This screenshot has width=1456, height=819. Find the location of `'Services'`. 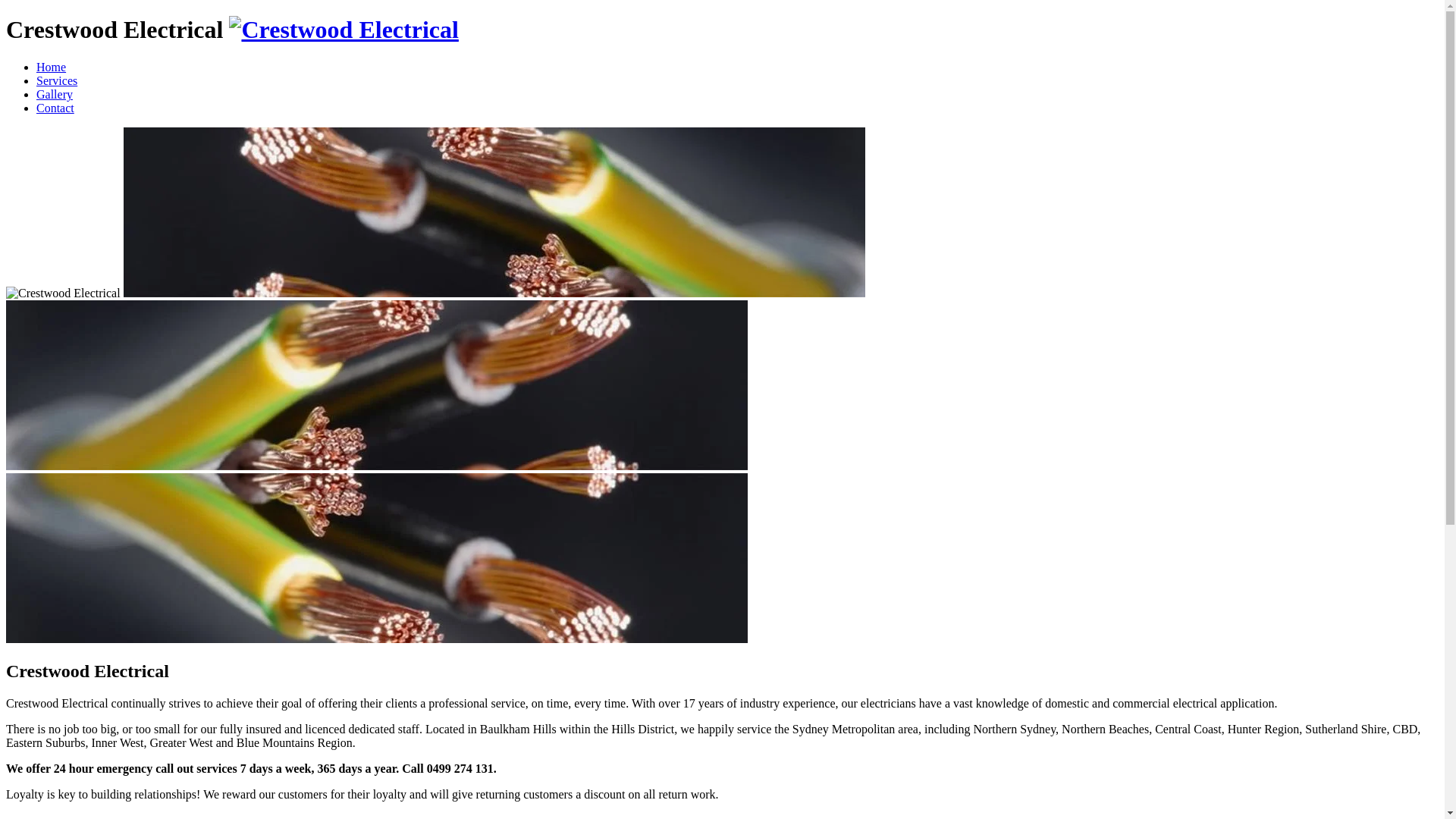

'Services' is located at coordinates (57, 80).